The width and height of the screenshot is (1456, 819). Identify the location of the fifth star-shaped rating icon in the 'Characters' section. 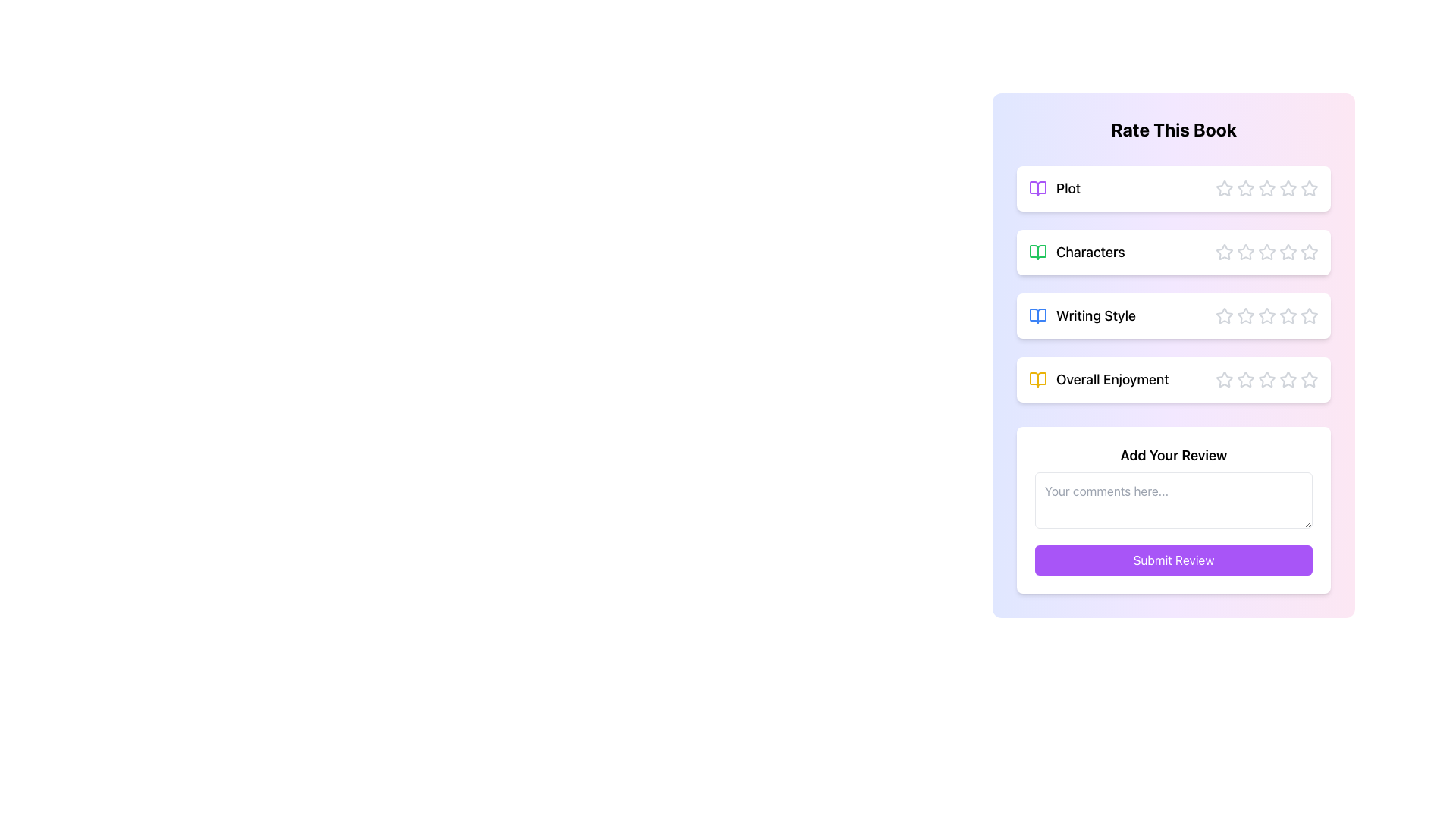
(1288, 251).